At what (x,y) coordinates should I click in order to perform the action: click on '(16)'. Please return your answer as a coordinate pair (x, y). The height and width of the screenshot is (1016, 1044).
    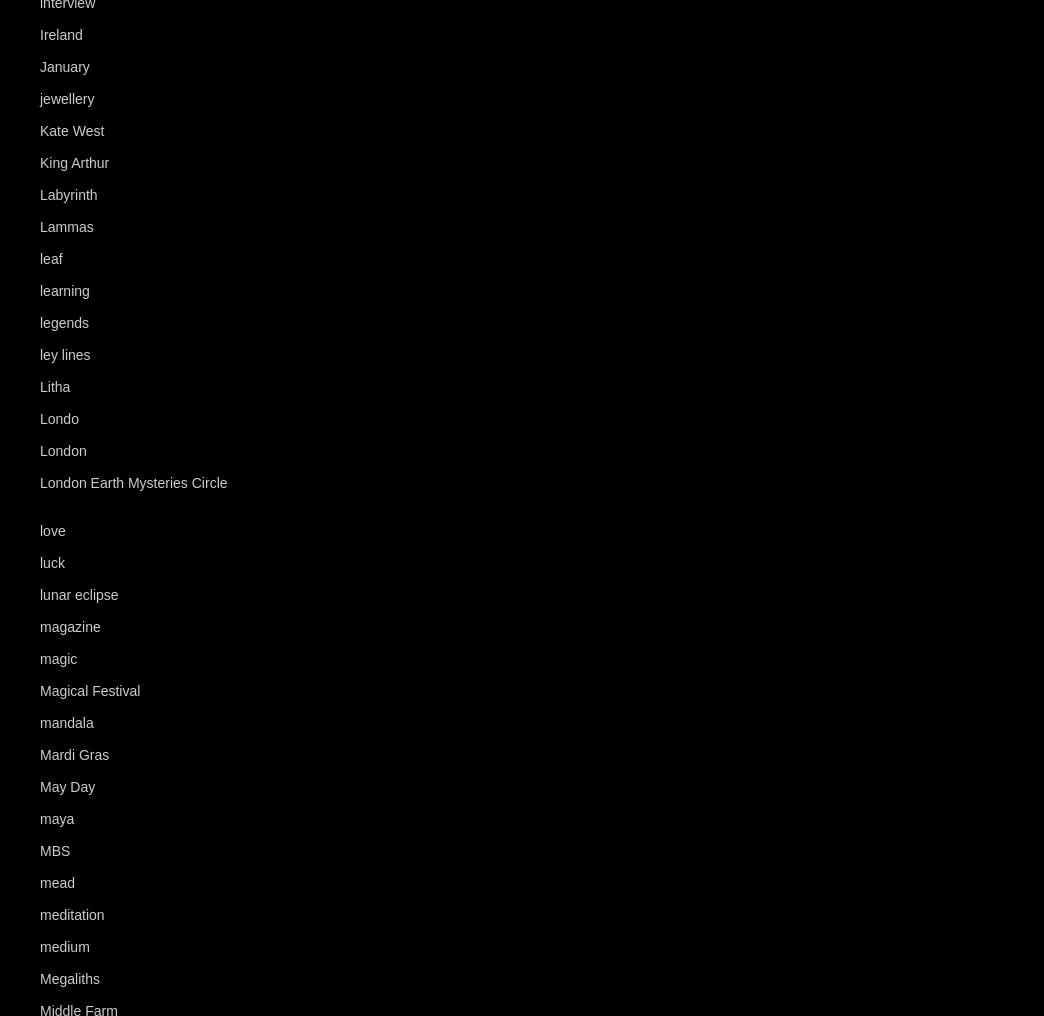
    Looking at the image, I should click on (110, 98).